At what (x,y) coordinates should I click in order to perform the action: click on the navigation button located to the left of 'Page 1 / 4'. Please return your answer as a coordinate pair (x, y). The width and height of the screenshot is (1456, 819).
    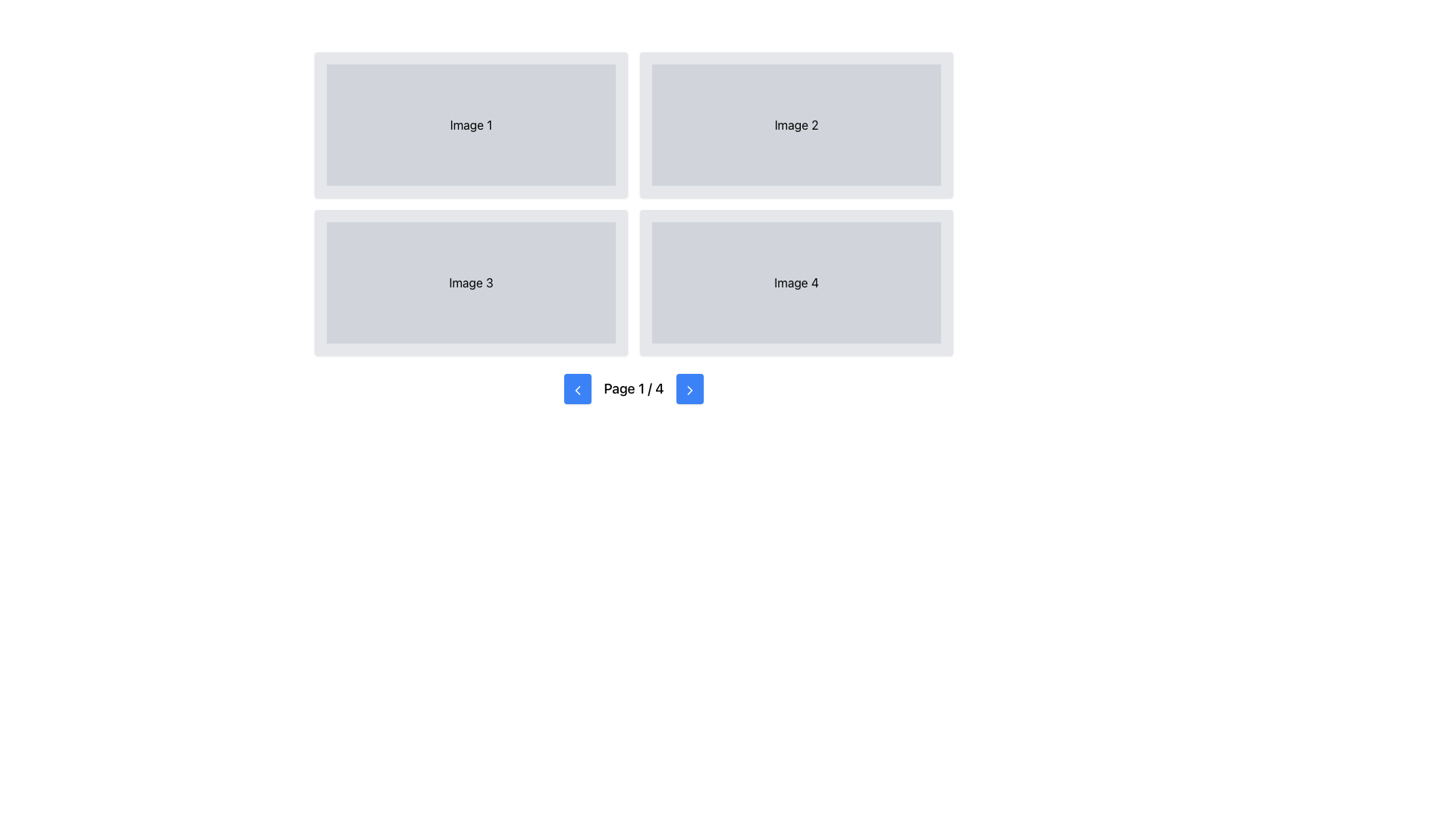
    Looking at the image, I should click on (577, 388).